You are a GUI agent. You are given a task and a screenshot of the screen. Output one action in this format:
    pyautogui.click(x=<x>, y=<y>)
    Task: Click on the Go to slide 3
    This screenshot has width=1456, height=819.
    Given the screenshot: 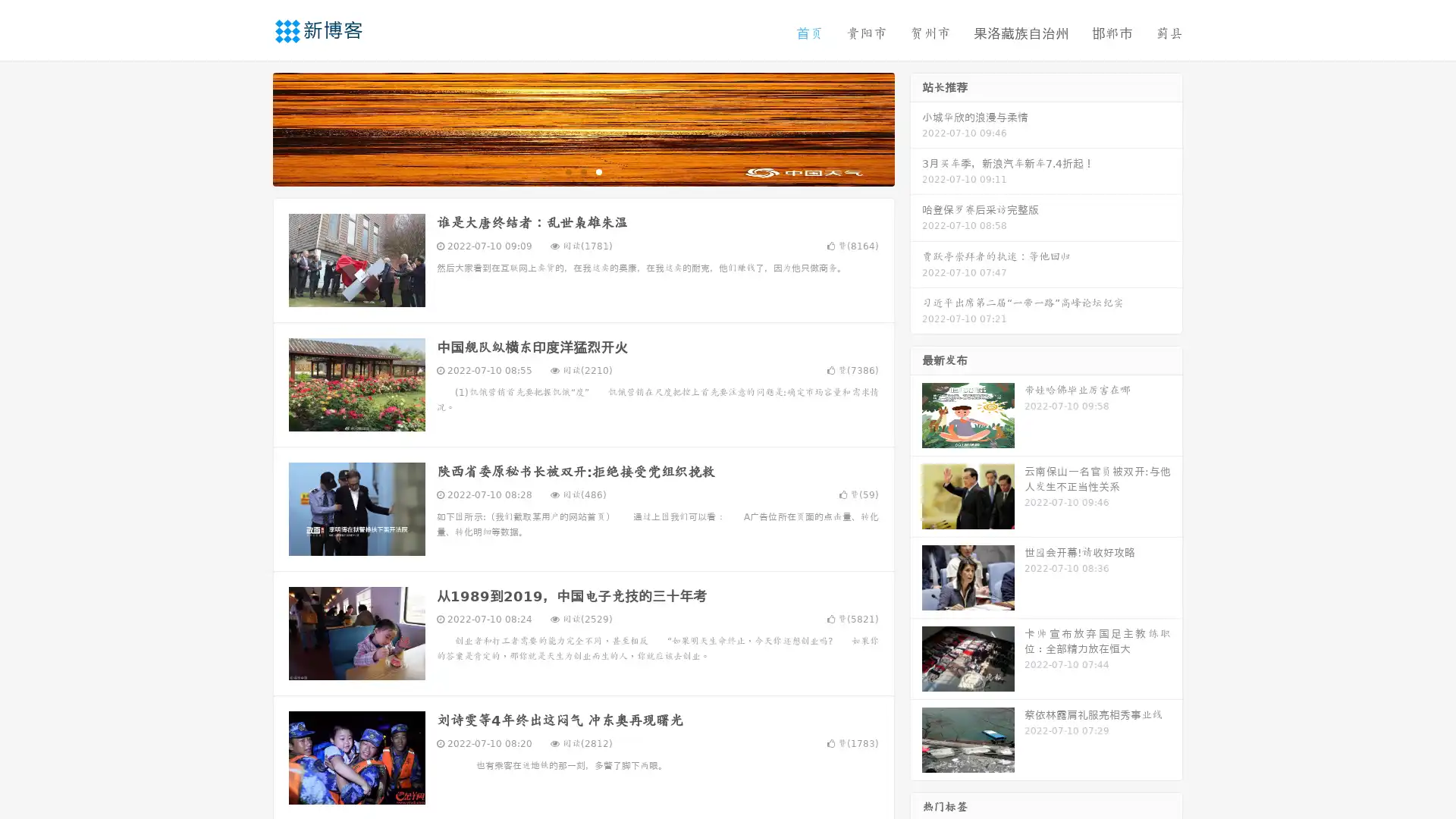 What is the action you would take?
    pyautogui.click(x=598, y=171)
    